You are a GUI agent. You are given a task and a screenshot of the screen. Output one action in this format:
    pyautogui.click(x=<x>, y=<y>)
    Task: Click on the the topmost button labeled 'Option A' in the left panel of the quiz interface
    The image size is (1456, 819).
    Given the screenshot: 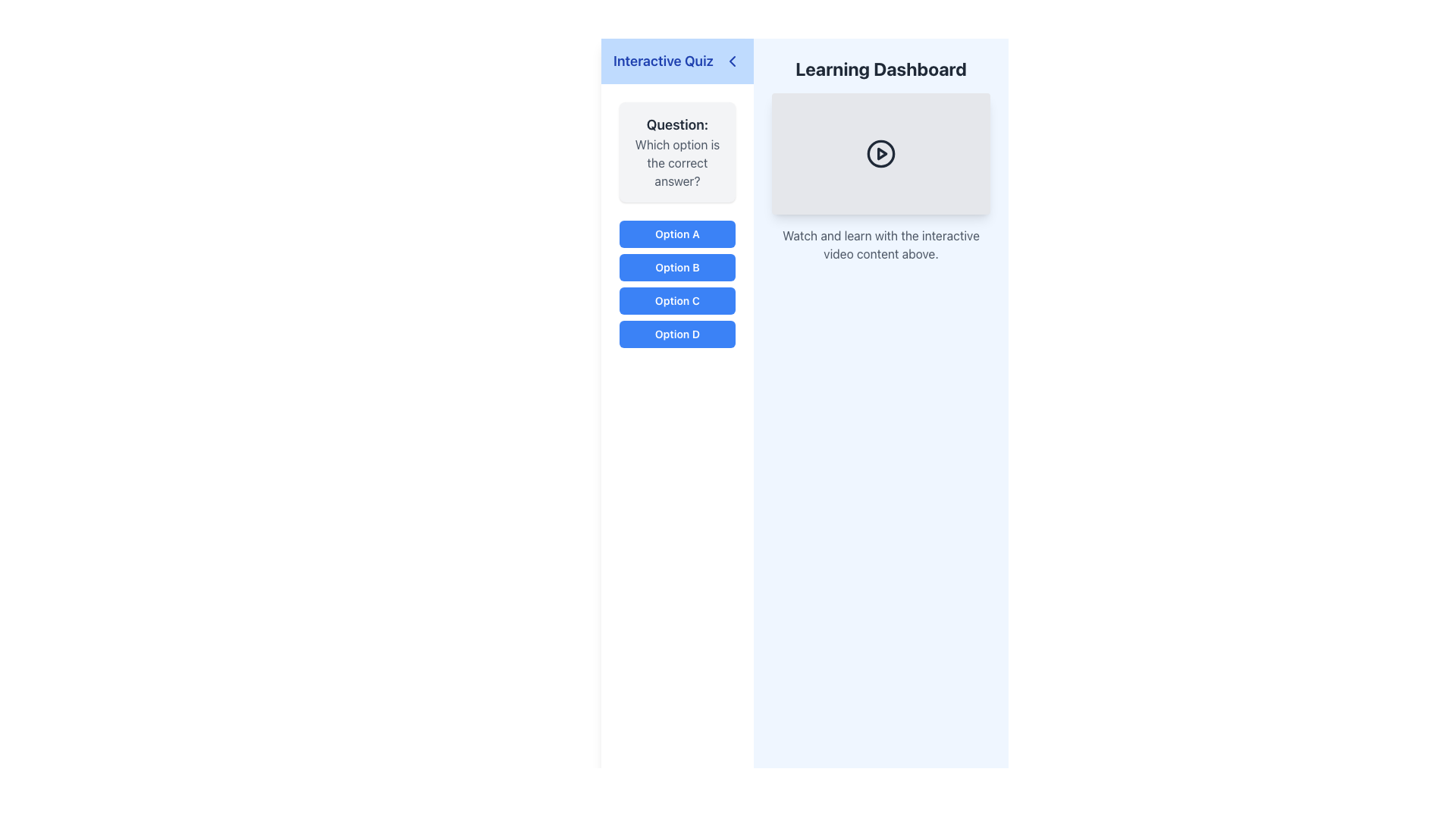 What is the action you would take?
    pyautogui.click(x=676, y=234)
    